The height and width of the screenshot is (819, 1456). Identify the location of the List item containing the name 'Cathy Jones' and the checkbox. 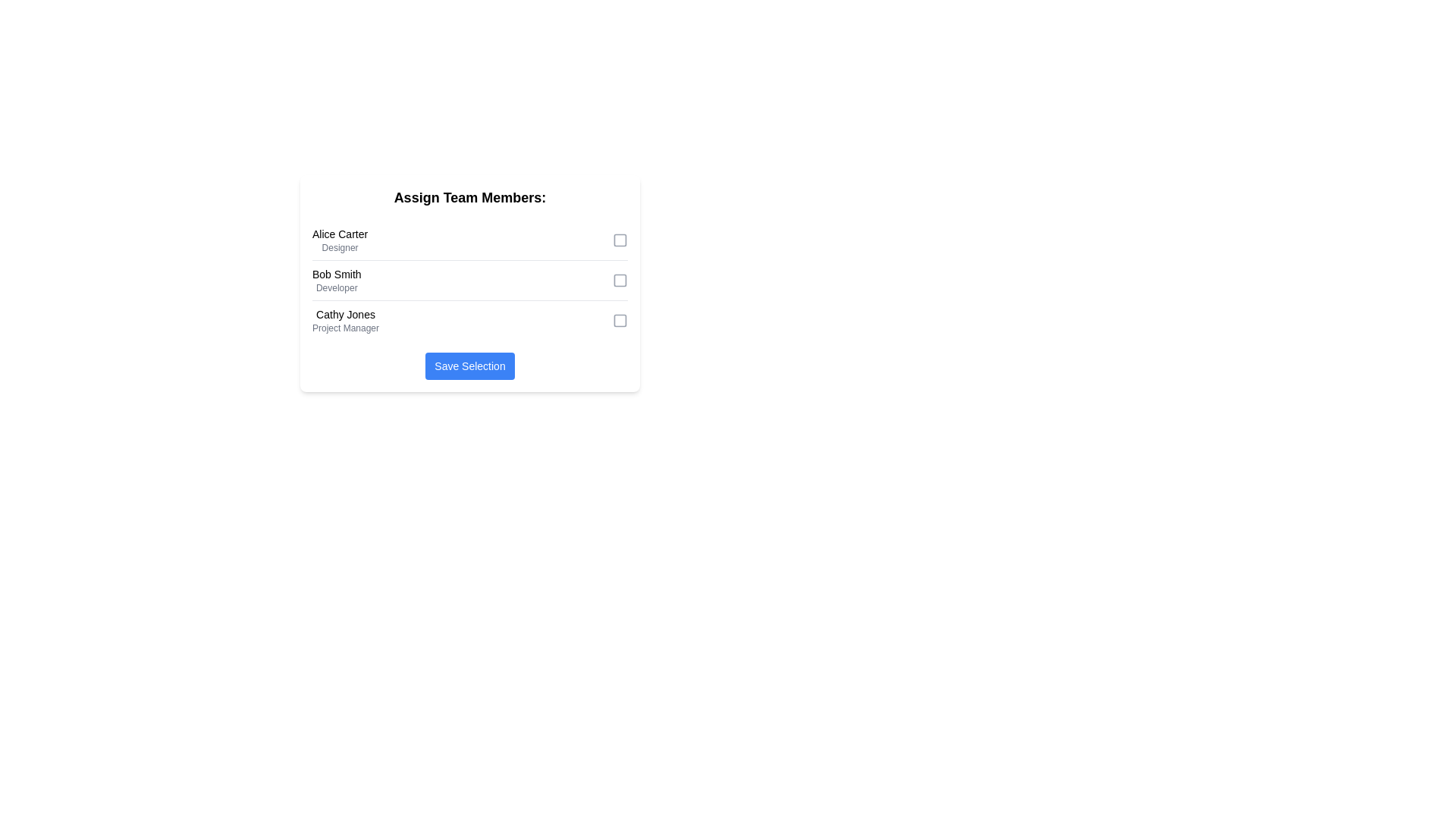
(469, 320).